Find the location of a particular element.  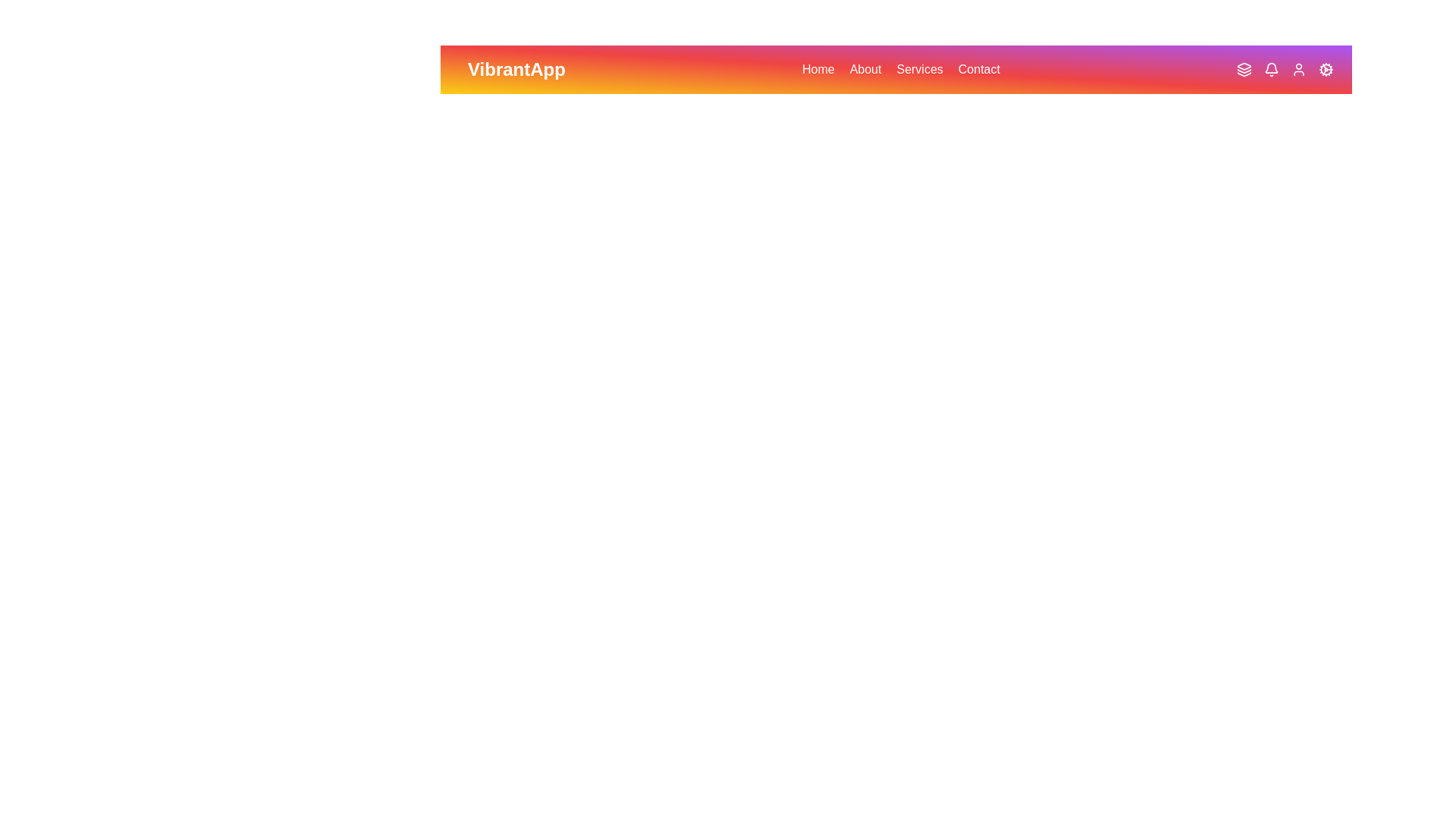

the Layers icon in the VibrantAppBar is located at coordinates (1244, 70).